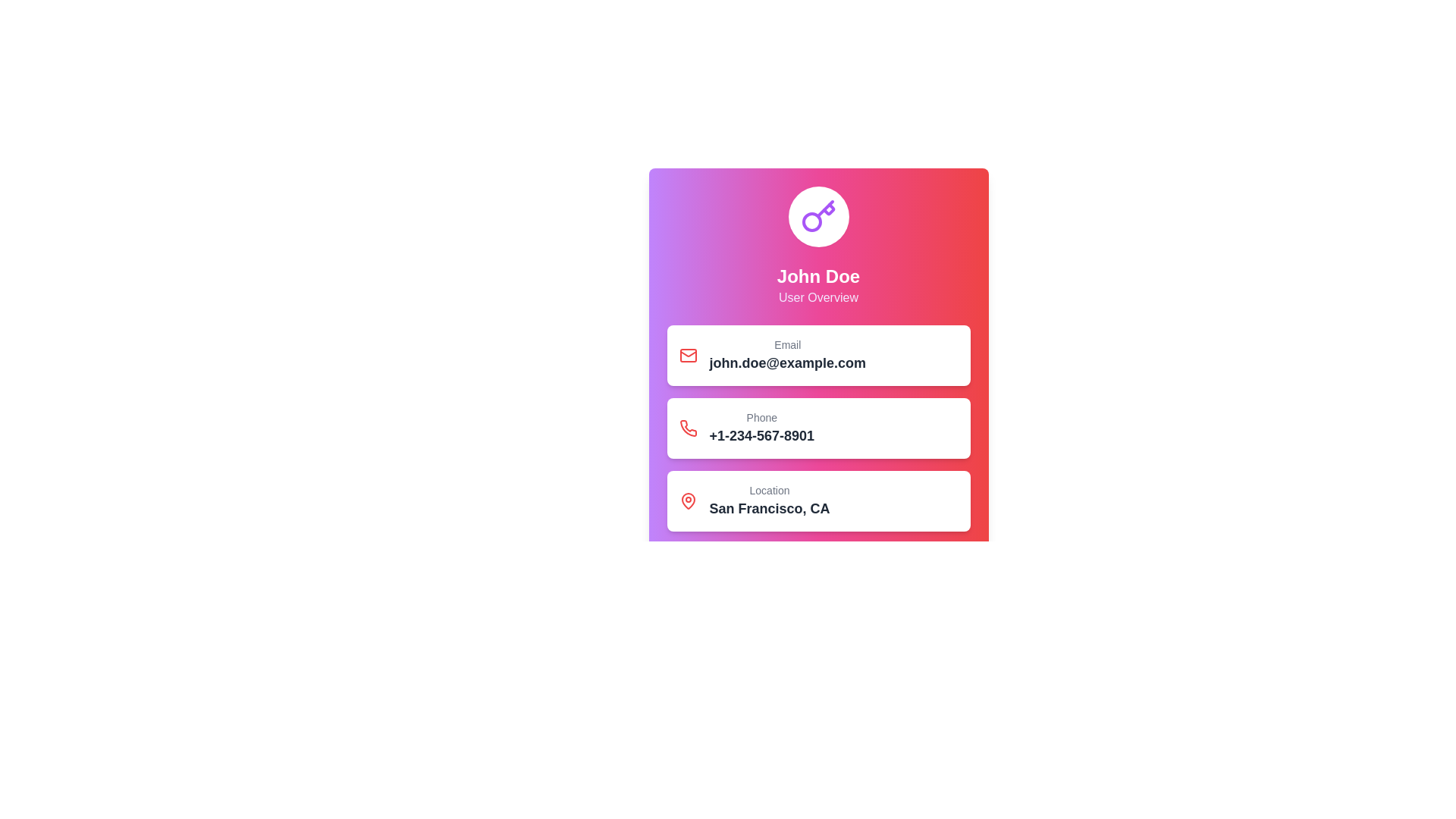 This screenshot has height=819, width=1456. Describe the element at coordinates (687, 500) in the screenshot. I see `the location marker icon that is positioned at the leftmost side of the 'Location' section, next to the text 'Location San Francisco, CA'` at that location.